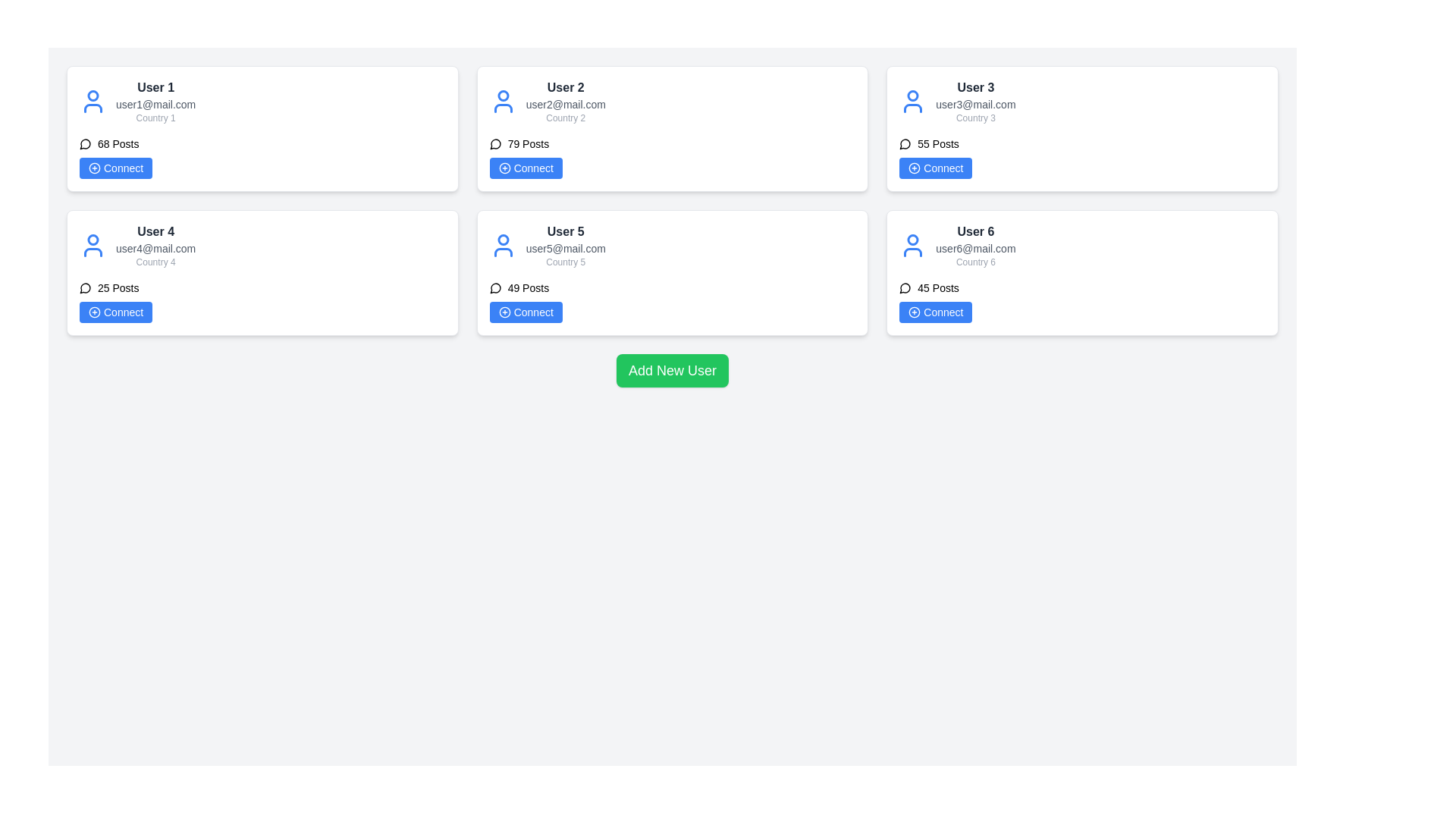  I want to click on the username text label located at the top of the card in the top-right corner of the display, which is above the email and location details, so click(975, 87).